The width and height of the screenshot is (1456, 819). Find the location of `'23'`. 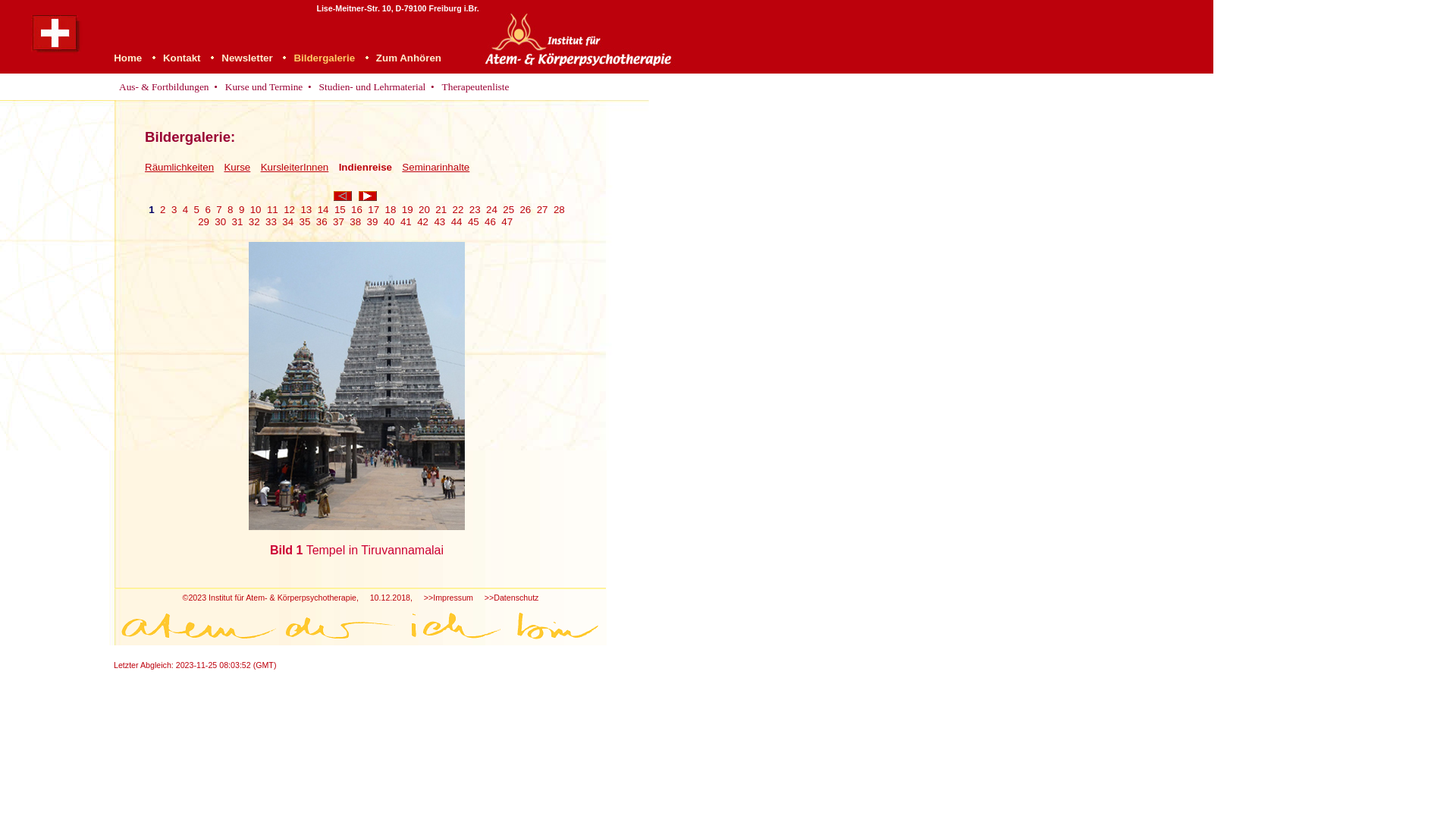

'23' is located at coordinates (474, 209).